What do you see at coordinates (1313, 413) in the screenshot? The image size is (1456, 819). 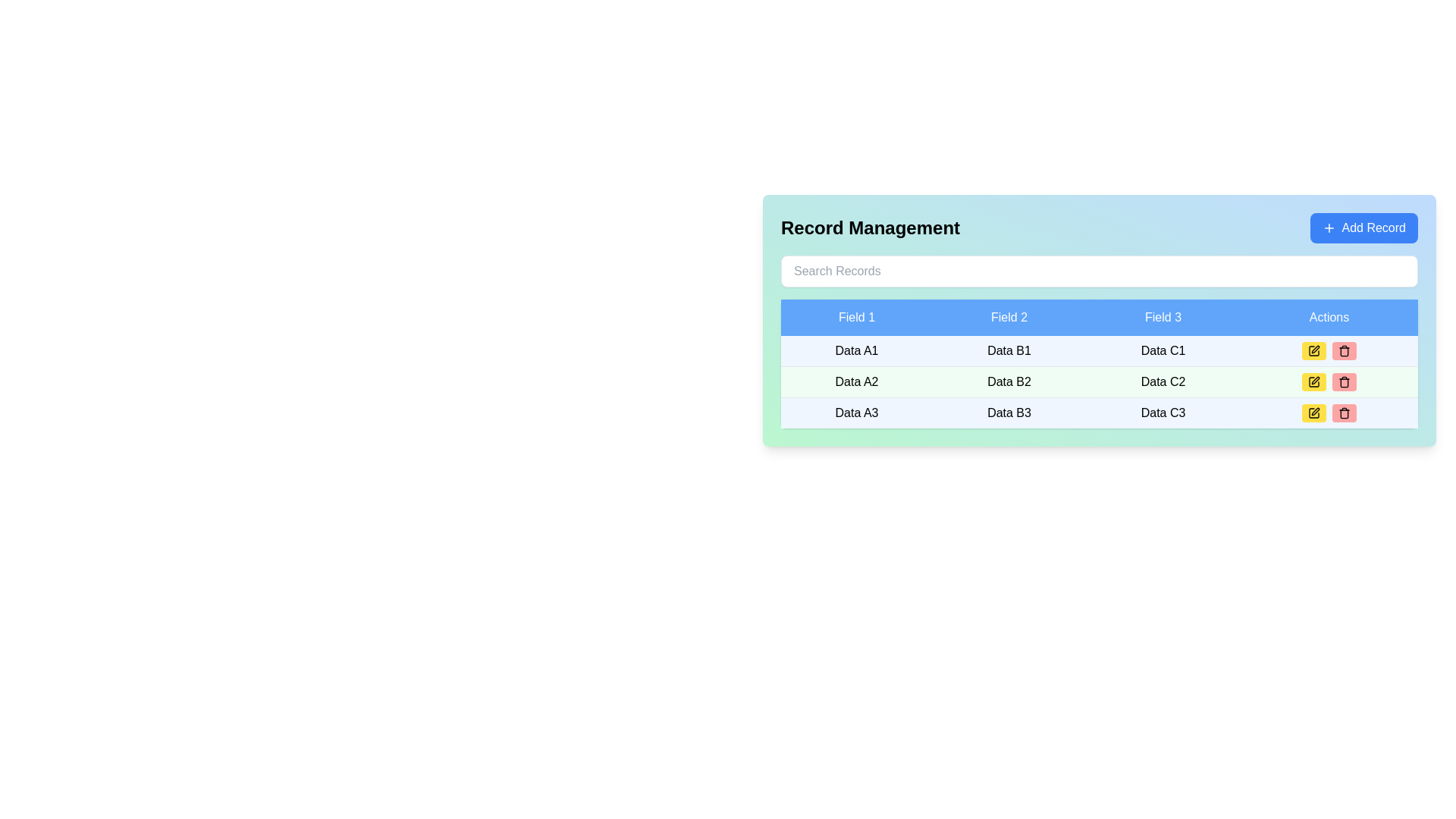 I see `the square with rounded corners icon located in the 'Actions' column of the bottommost row` at bounding box center [1313, 413].